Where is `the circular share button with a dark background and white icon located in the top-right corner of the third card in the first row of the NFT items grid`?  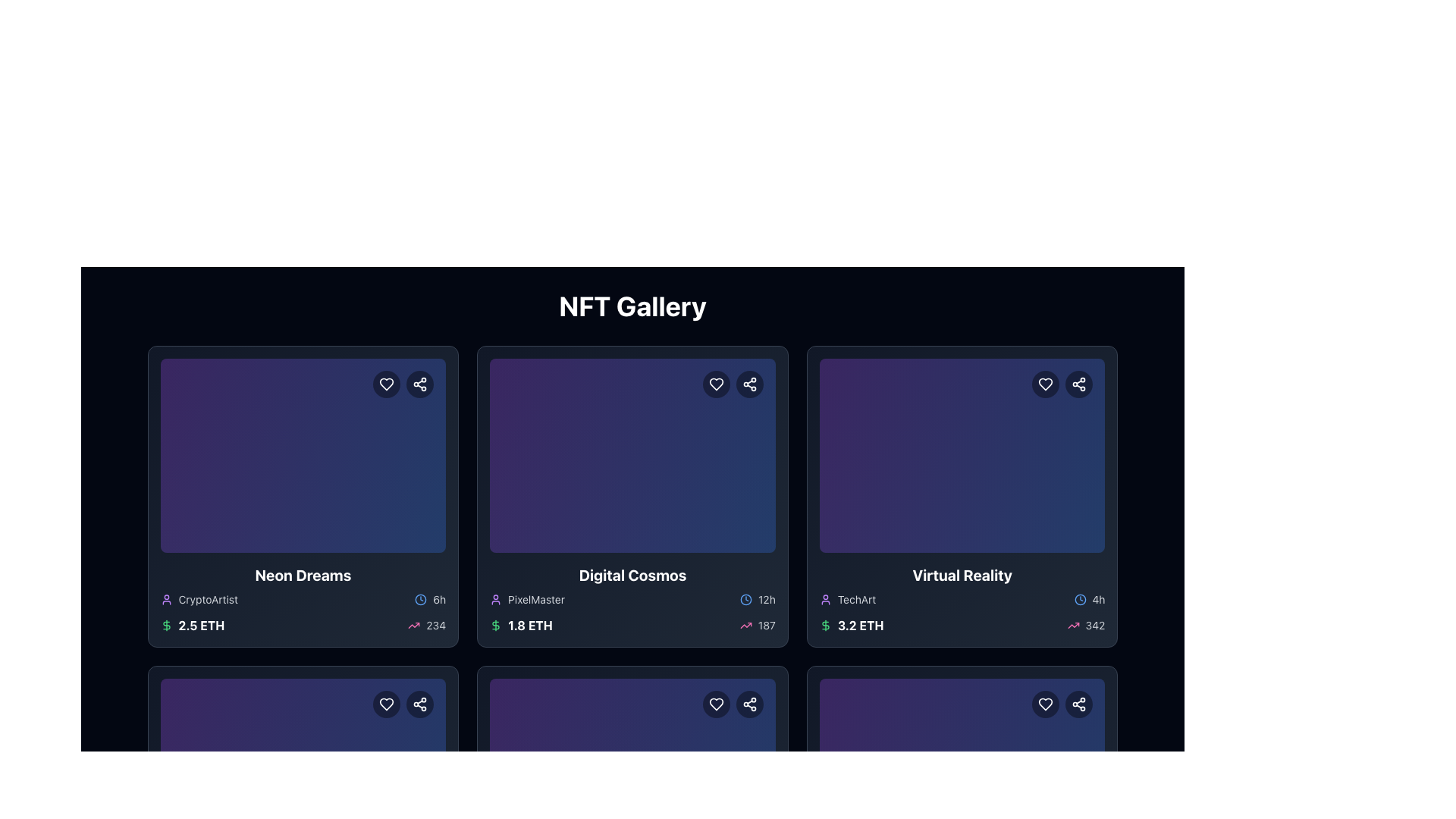
the circular share button with a dark background and white icon located in the top-right corner of the third card in the first row of the NFT items grid is located at coordinates (1078, 383).